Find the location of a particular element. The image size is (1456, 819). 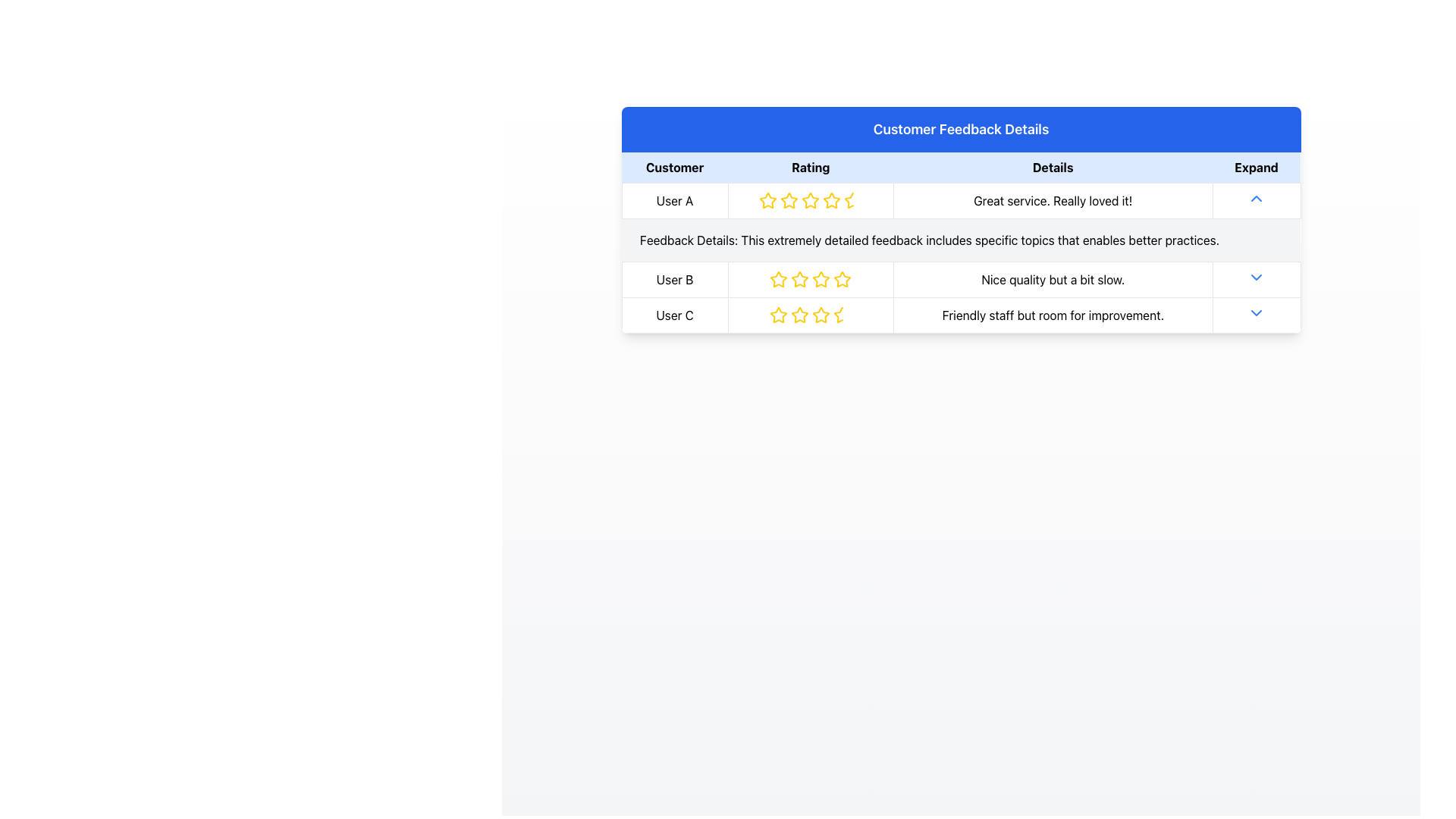

the Rating Stars representing User C's satisfaction level, located in the third row of the table under the 'Rating' column is located at coordinates (810, 315).